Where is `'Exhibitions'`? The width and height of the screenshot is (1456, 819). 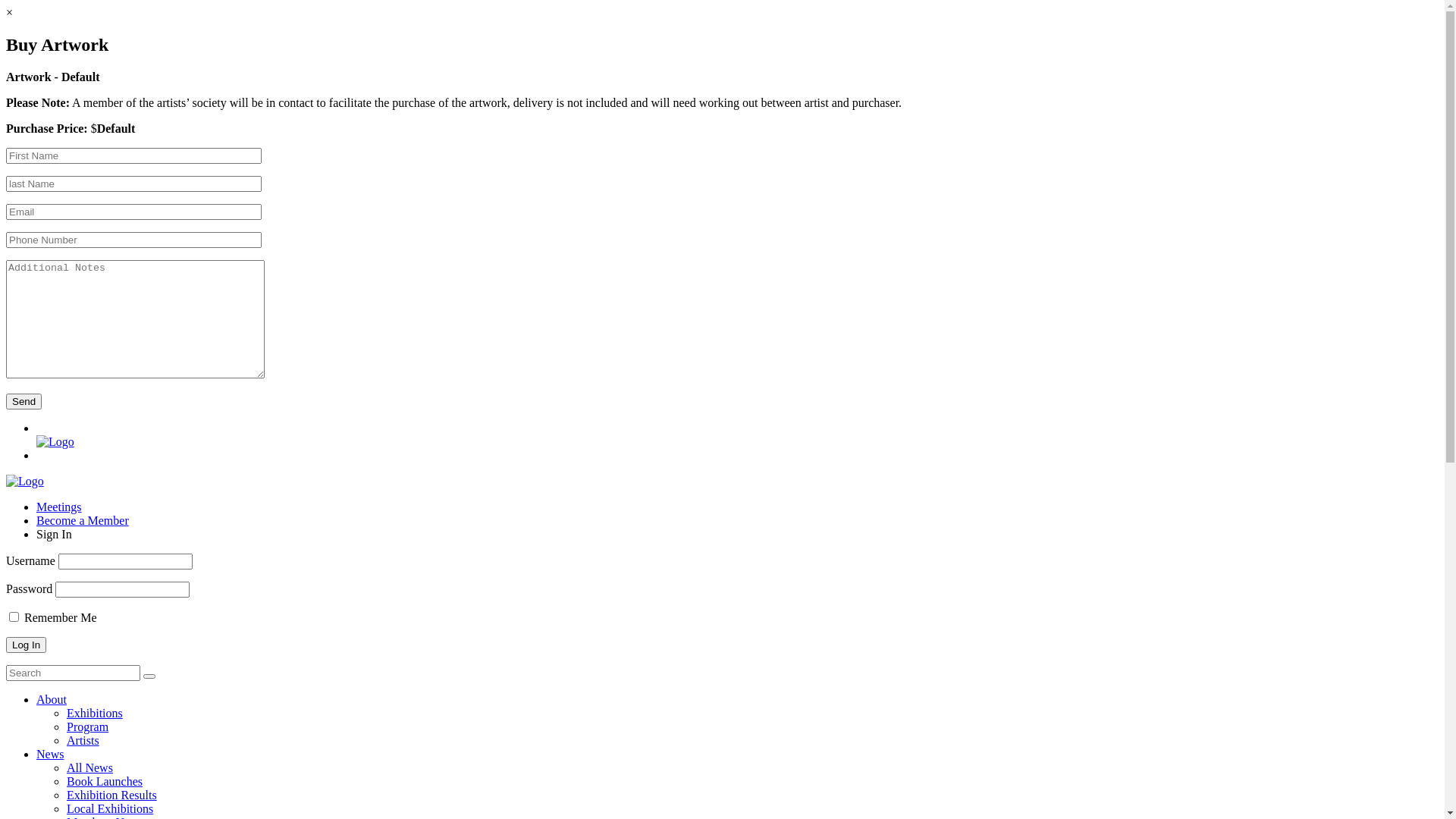
'Exhibitions' is located at coordinates (93, 713).